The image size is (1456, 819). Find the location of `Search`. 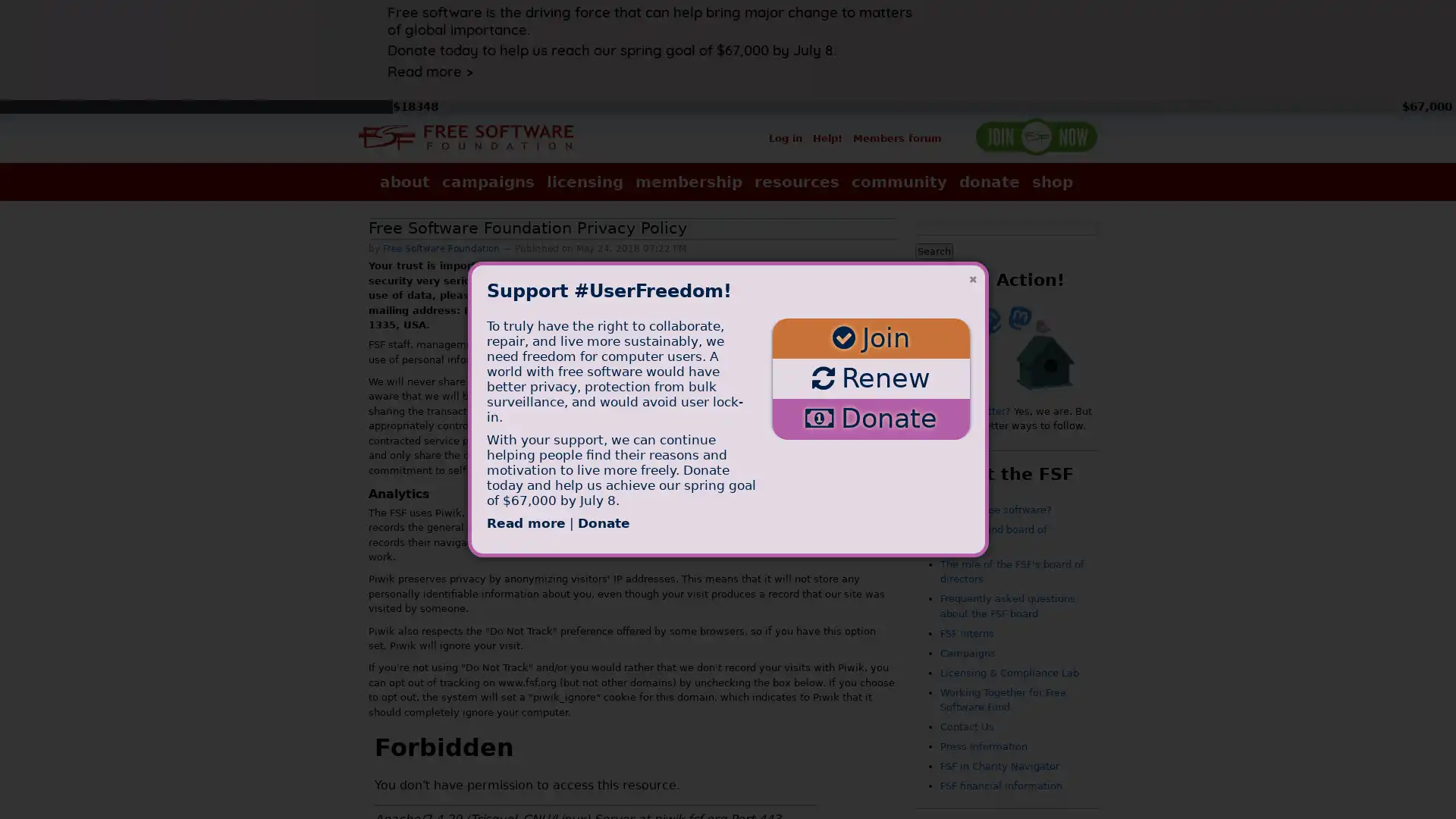

Search is located at coordinates (934, 249).